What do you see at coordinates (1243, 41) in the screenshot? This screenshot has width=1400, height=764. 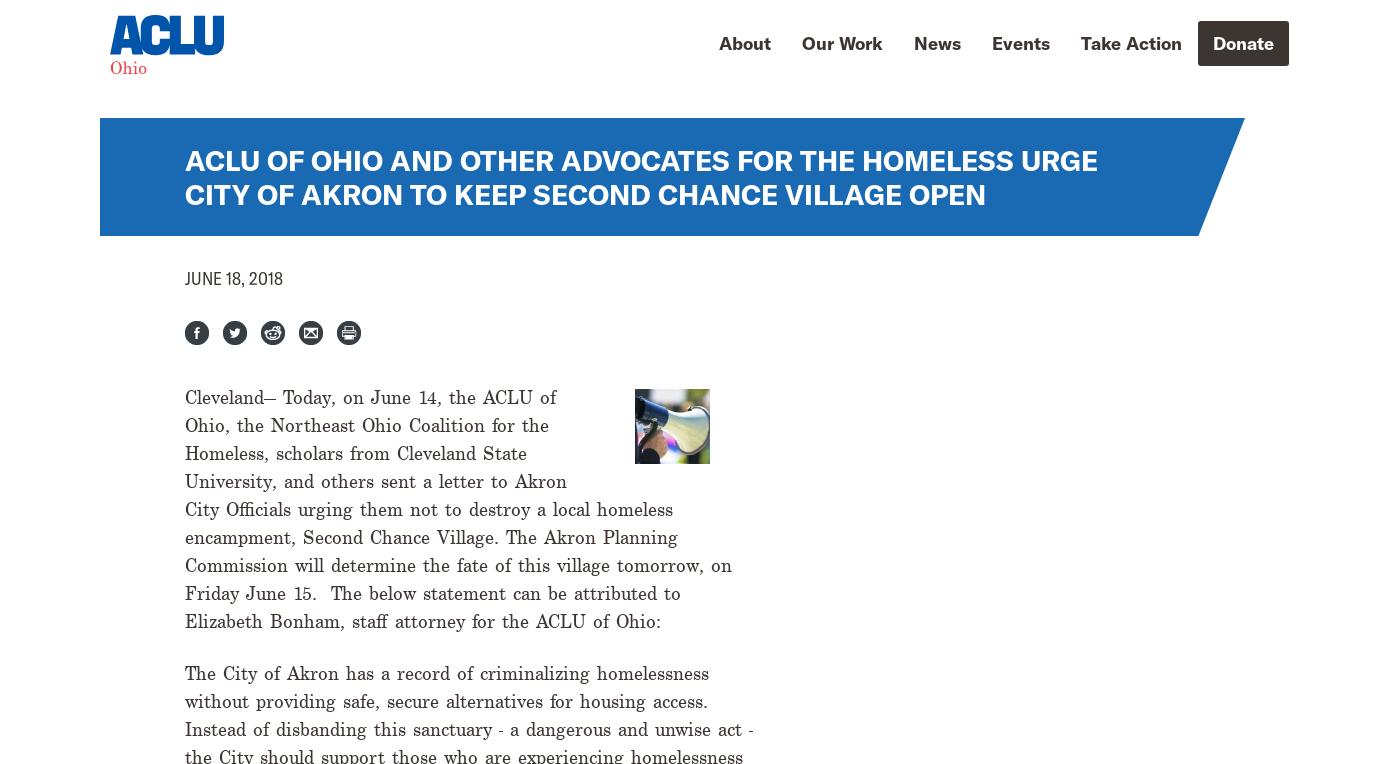 I see `'Donate'` at bounding box center [1243, 41].